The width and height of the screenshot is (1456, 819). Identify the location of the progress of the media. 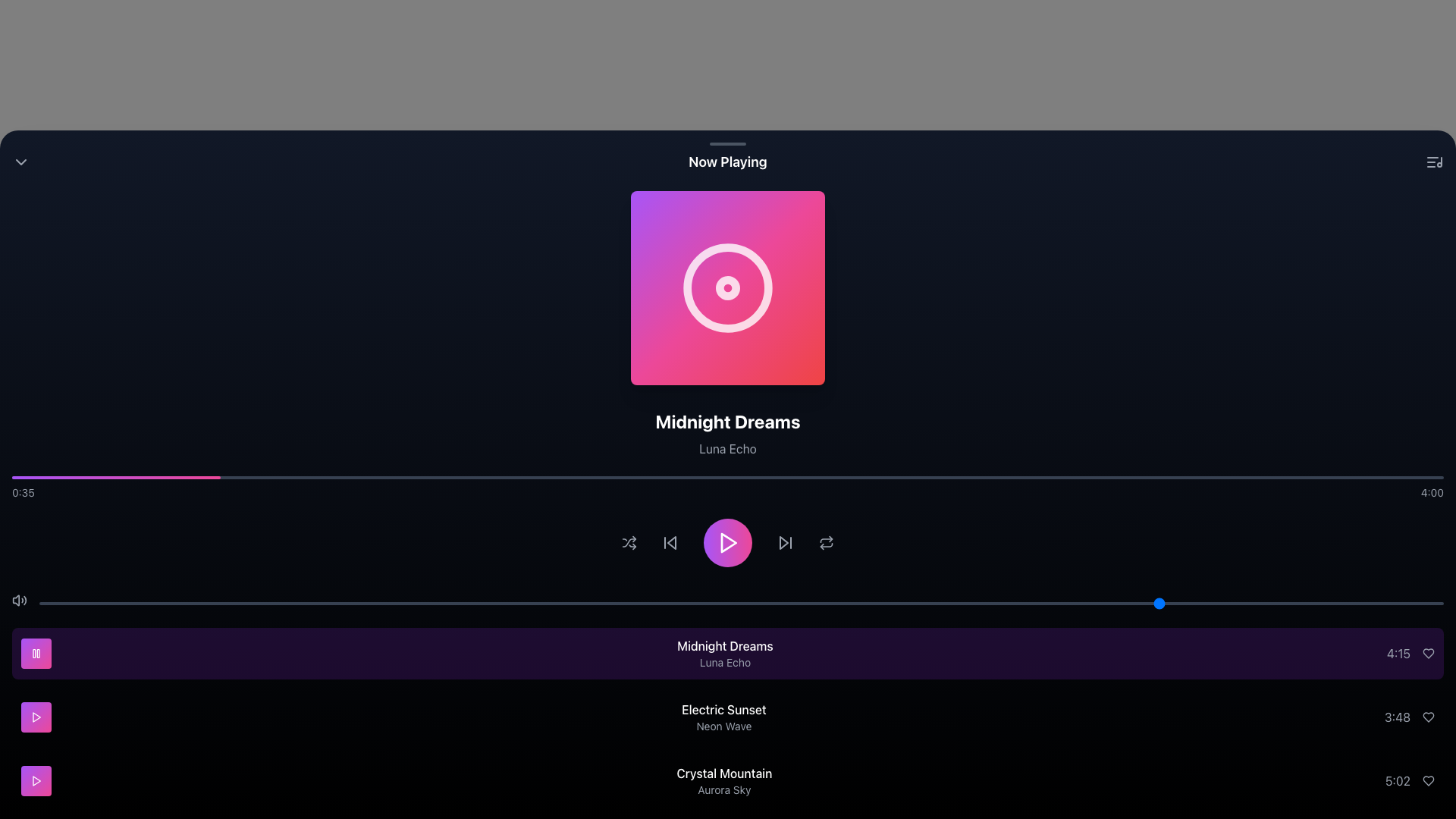
(398, 476).